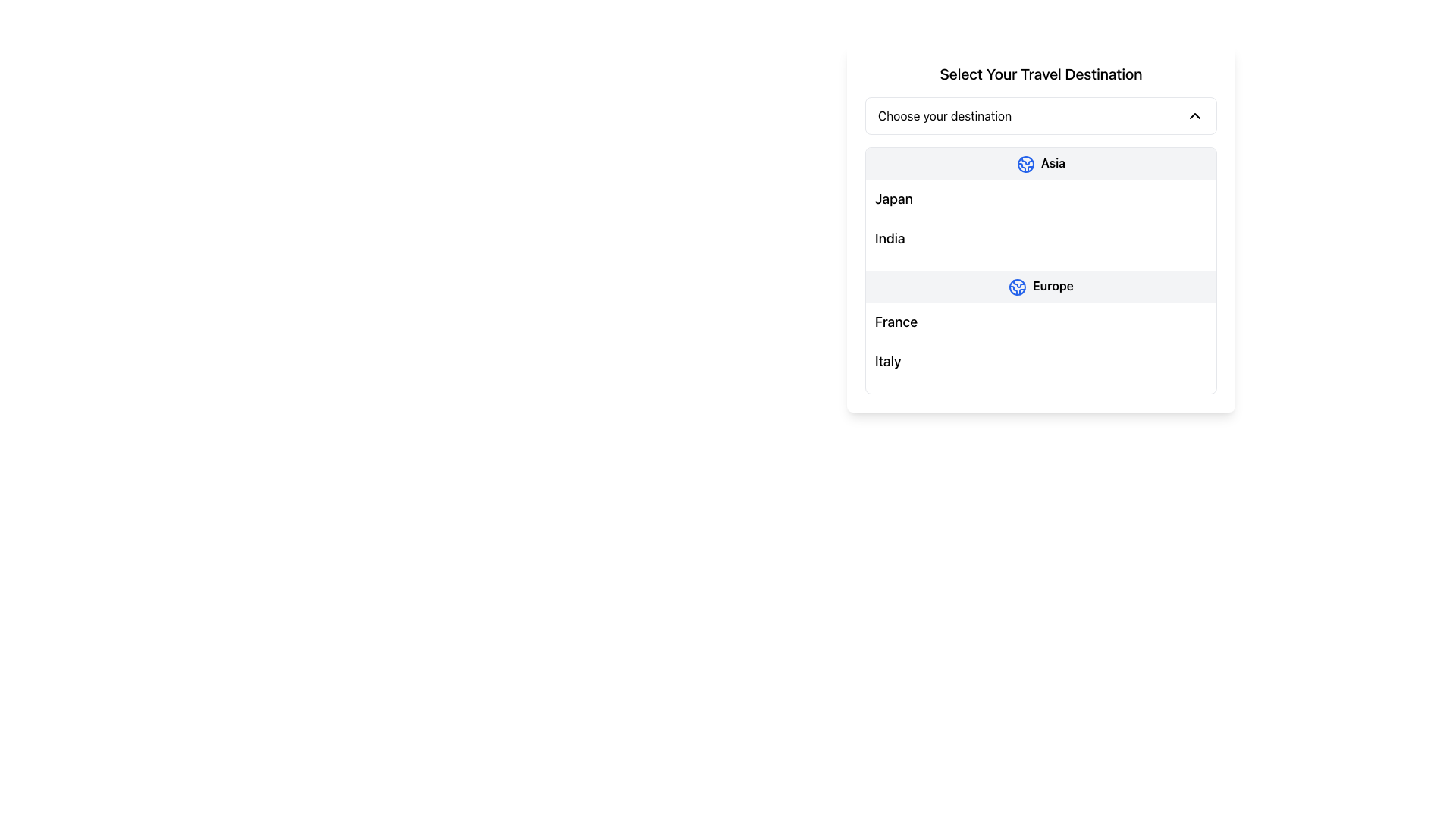 The width and height of the screenshot is (1456, 819). Describe the element at coordinates (1052, 163) in the screenshot. I see `the text label 'Asia'` at that location.